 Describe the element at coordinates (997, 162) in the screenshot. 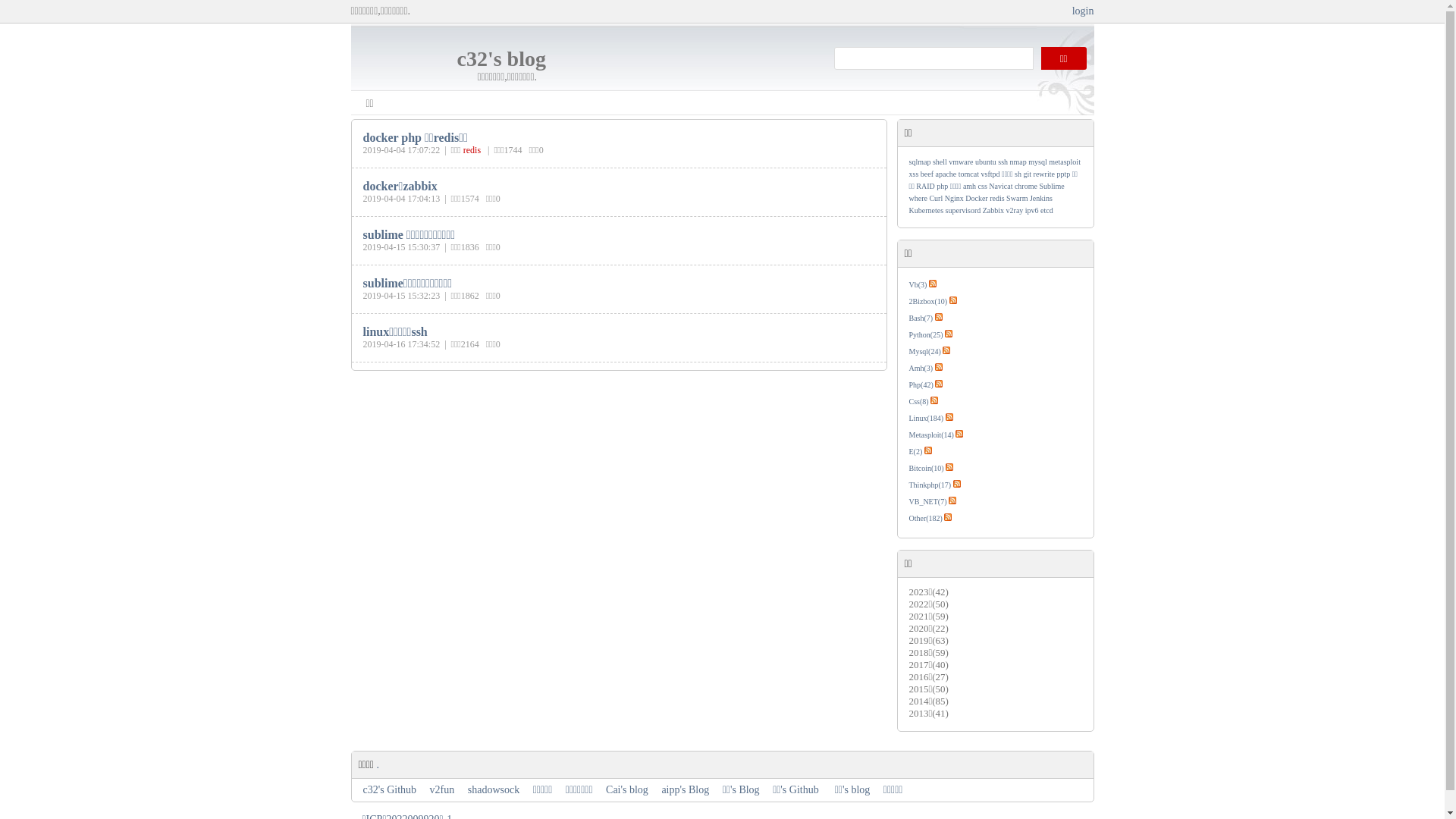

I see `'ssh'` at that location.